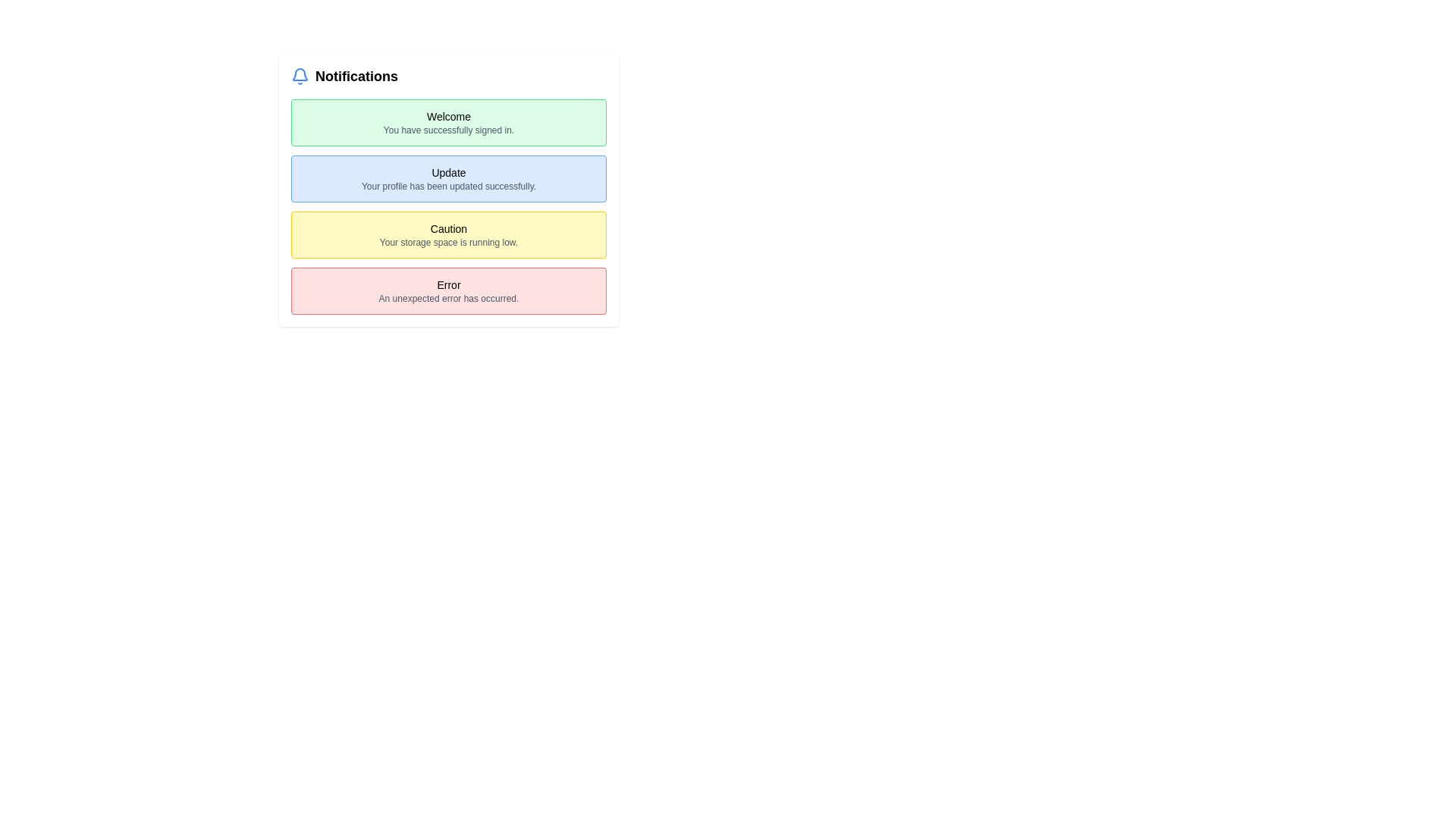 This screenshot has height=819, width=1456. I want to click on error notification message displayed in the notification card positioned fourth in the vertically stacked list, below the yellow 'Caution' card, so click(447, 291).